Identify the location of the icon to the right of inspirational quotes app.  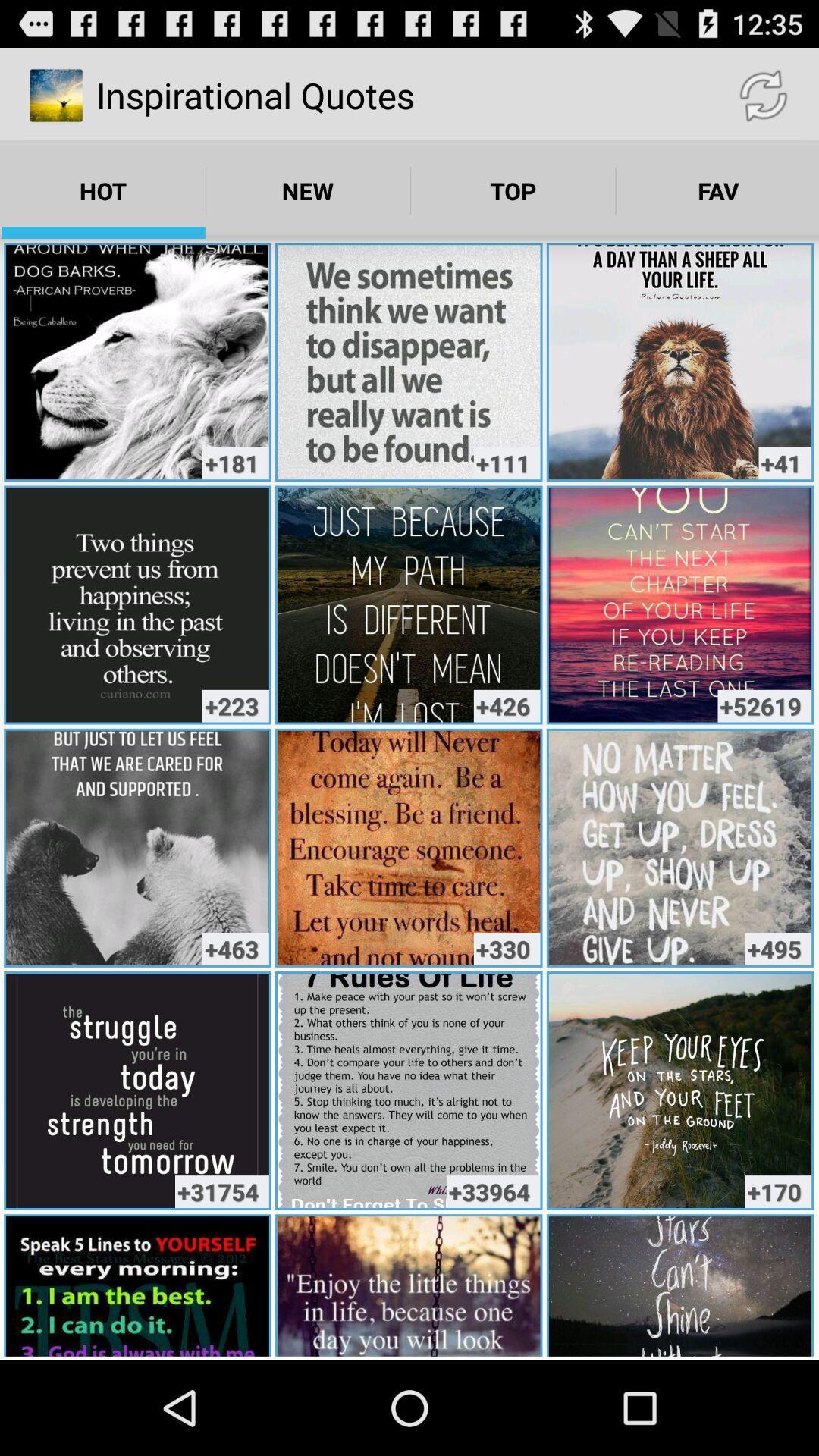
(763, 94).